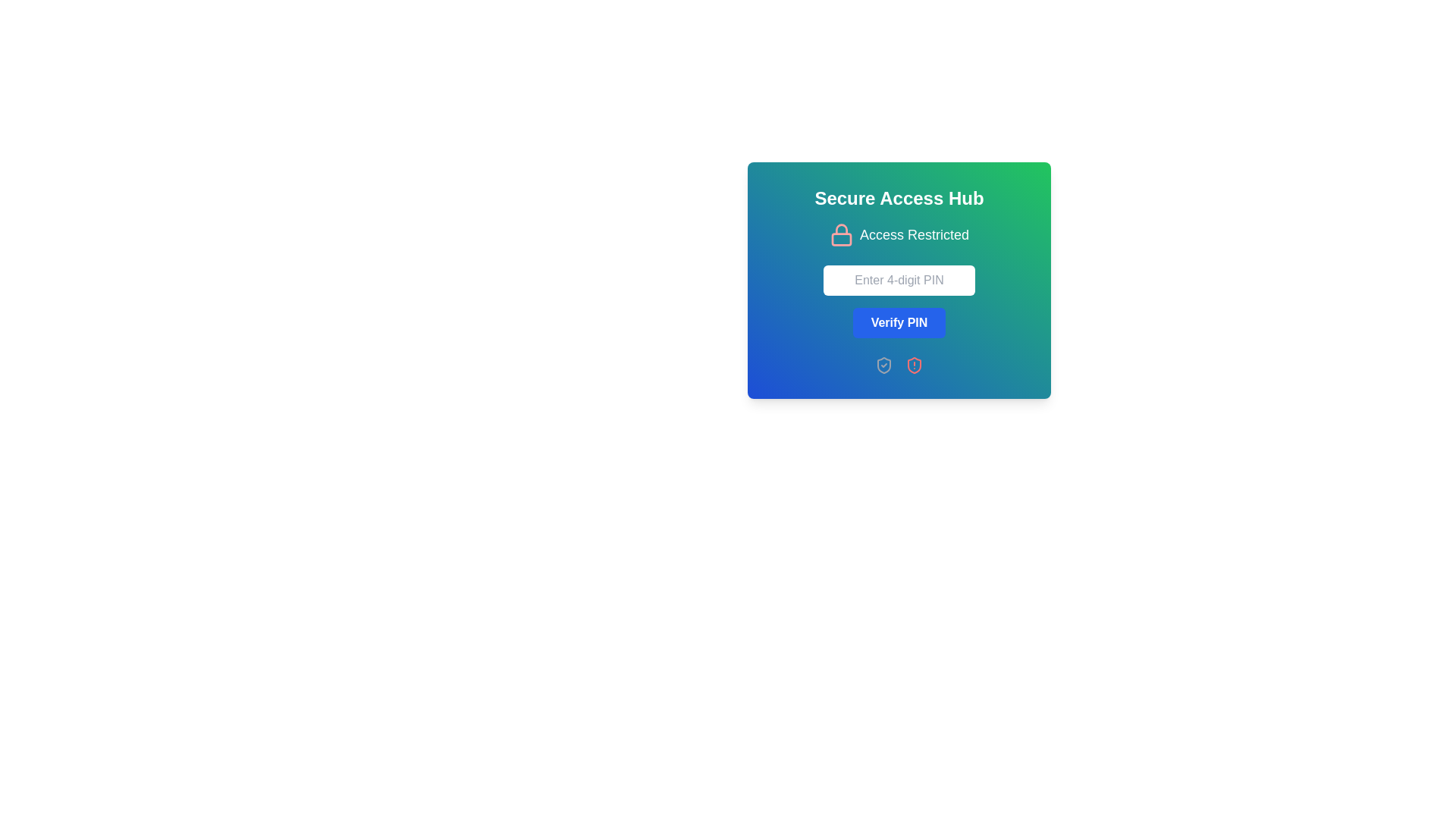  Describe the element at coordinates (840, 239) in the screenshot. I see `the decorative UI component of the lock icon located under the title 'Secure Access Hub' in the center-top area of the interface` at that location.